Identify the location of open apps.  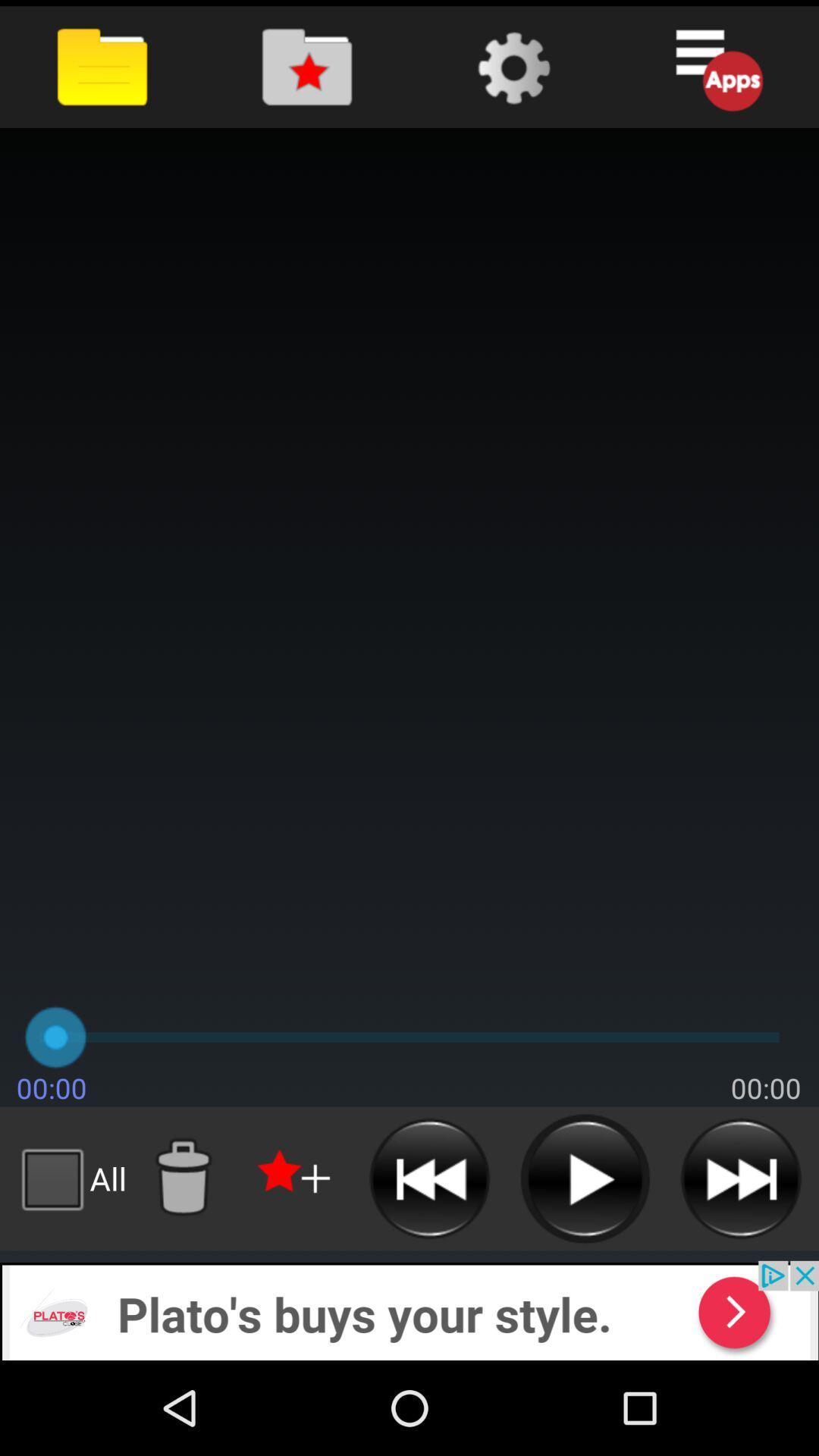
(717, 66).